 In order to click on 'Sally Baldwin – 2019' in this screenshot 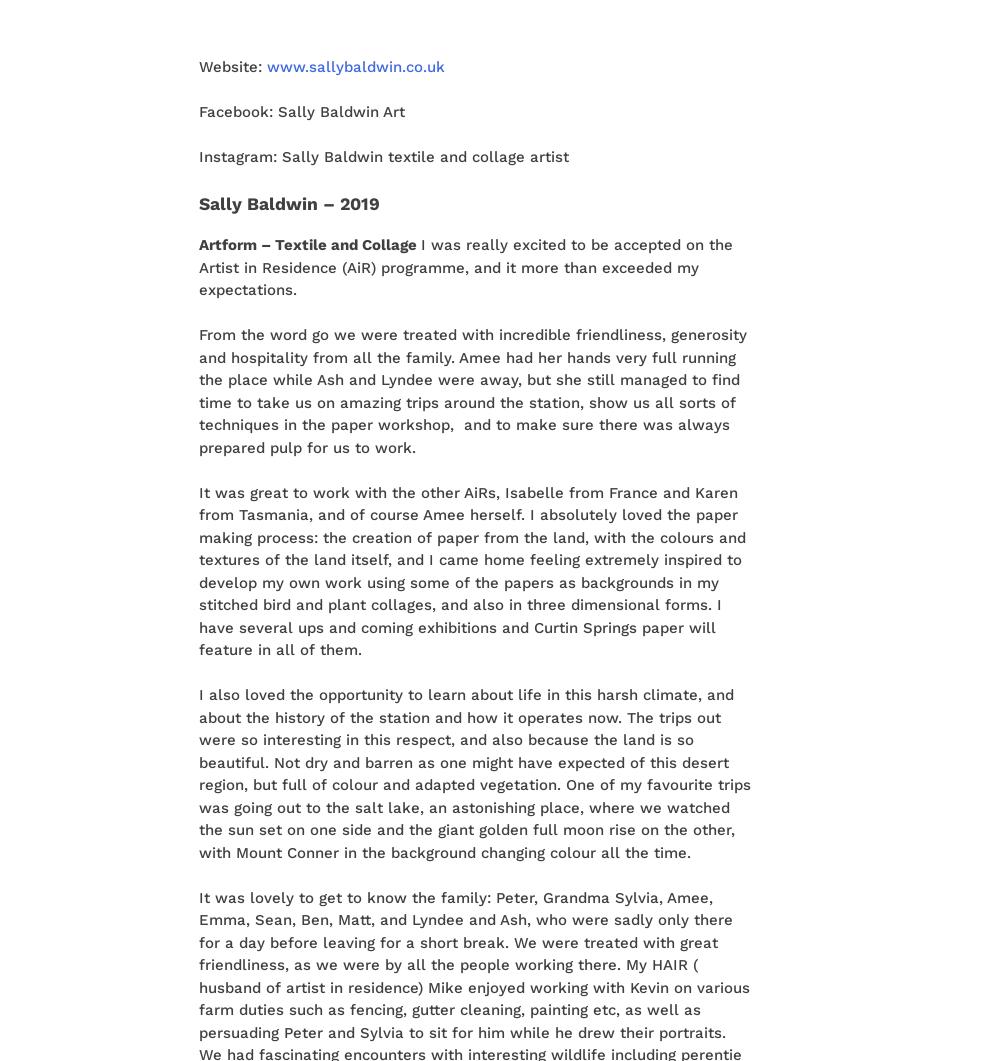, I will do `click(197, 201)`.